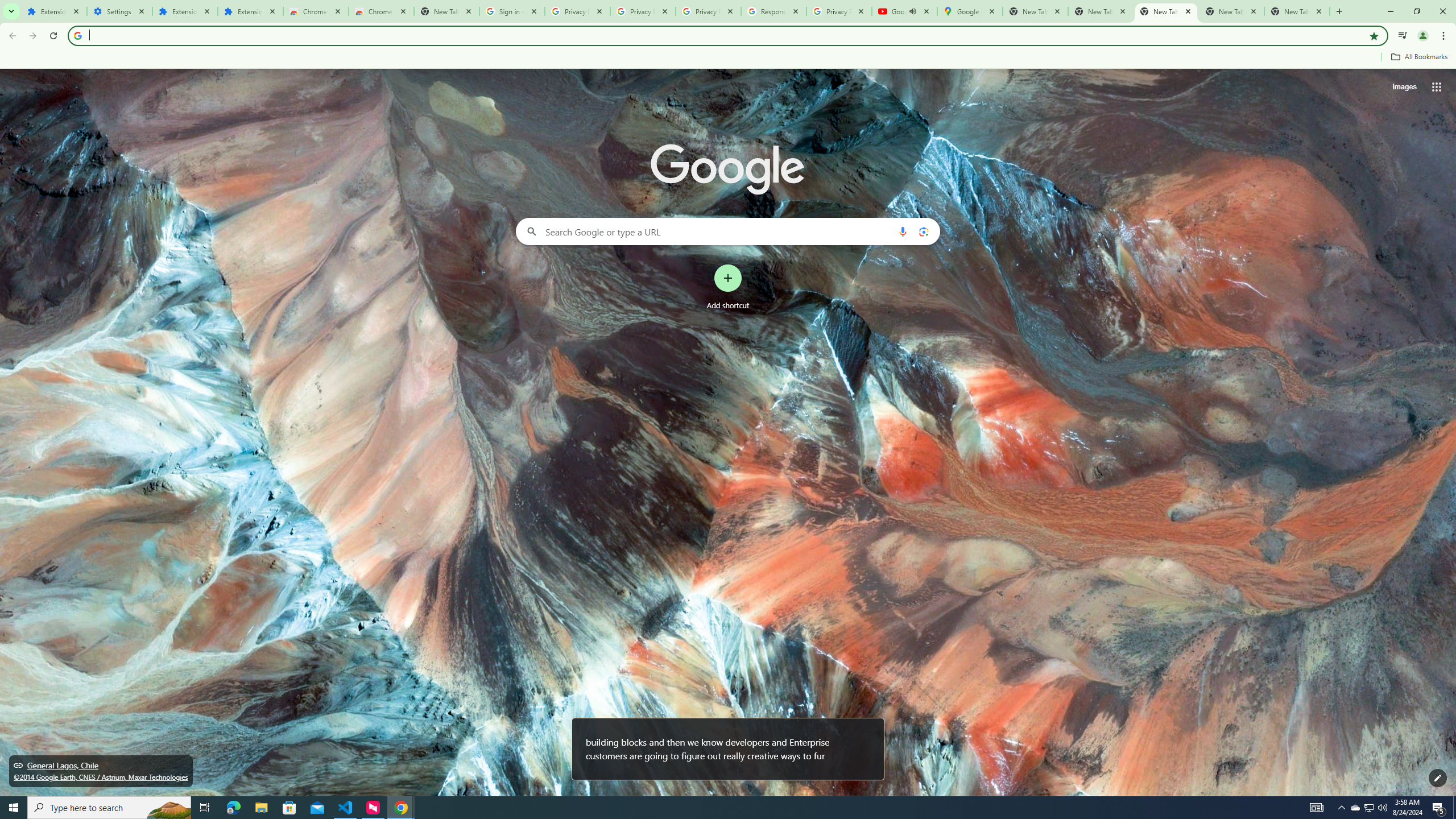 The height and width of the screenshot is (819, 1456). I want to click on 'Customize this page', so click(1437, 777).